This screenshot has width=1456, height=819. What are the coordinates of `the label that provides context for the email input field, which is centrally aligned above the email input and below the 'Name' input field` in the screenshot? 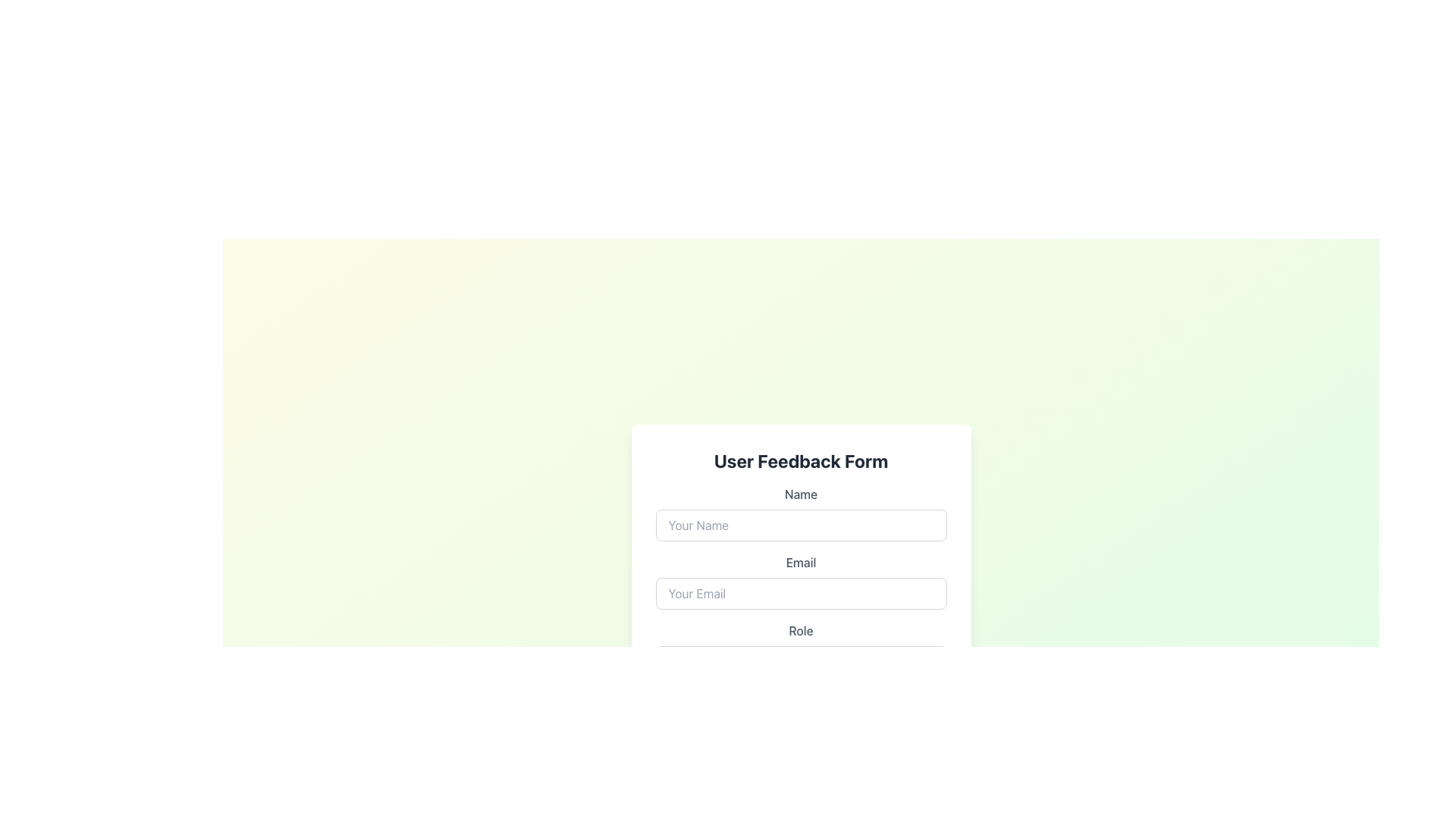 It's located at (800, 562).